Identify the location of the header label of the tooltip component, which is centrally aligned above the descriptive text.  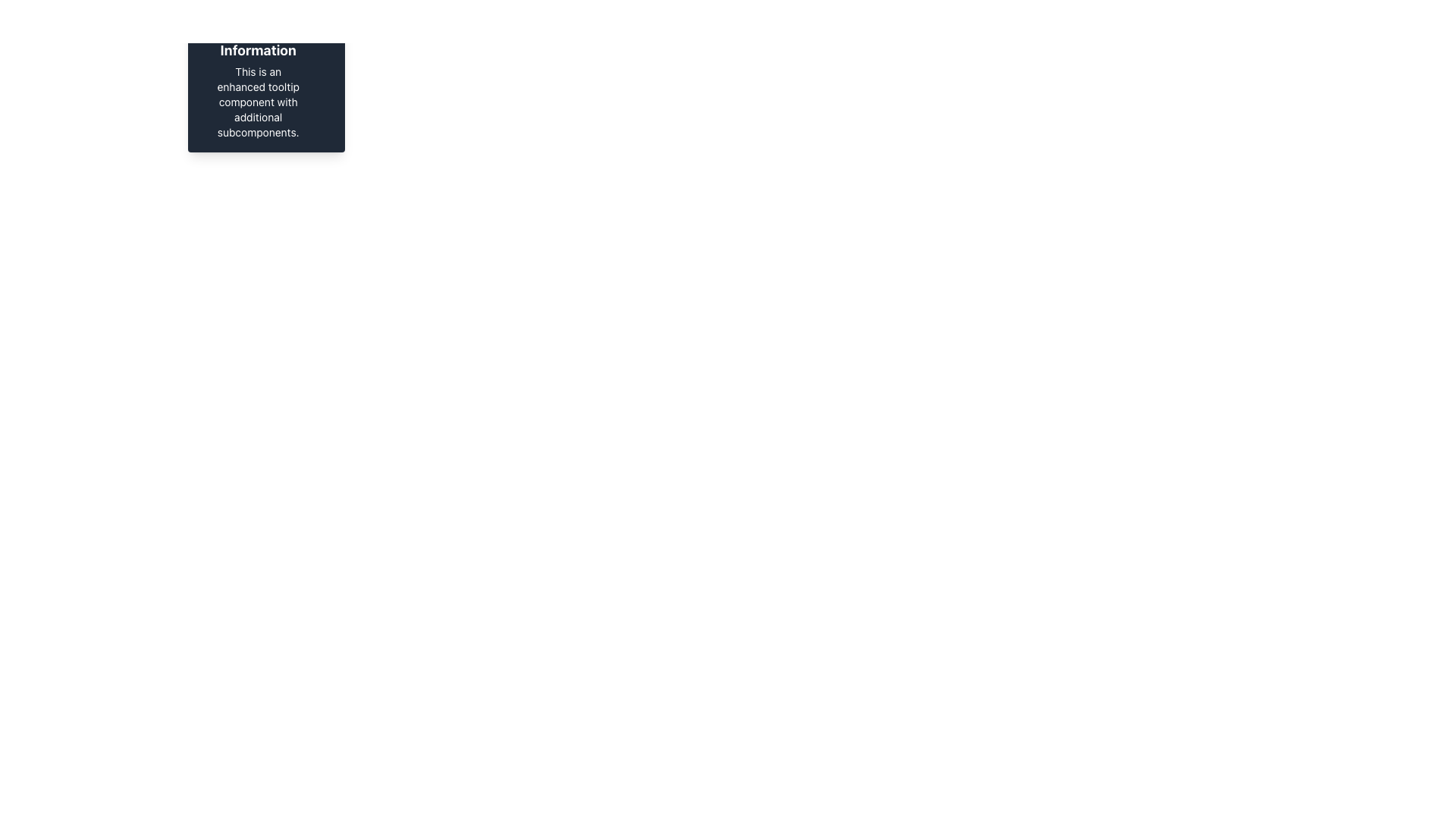
(258, 39).